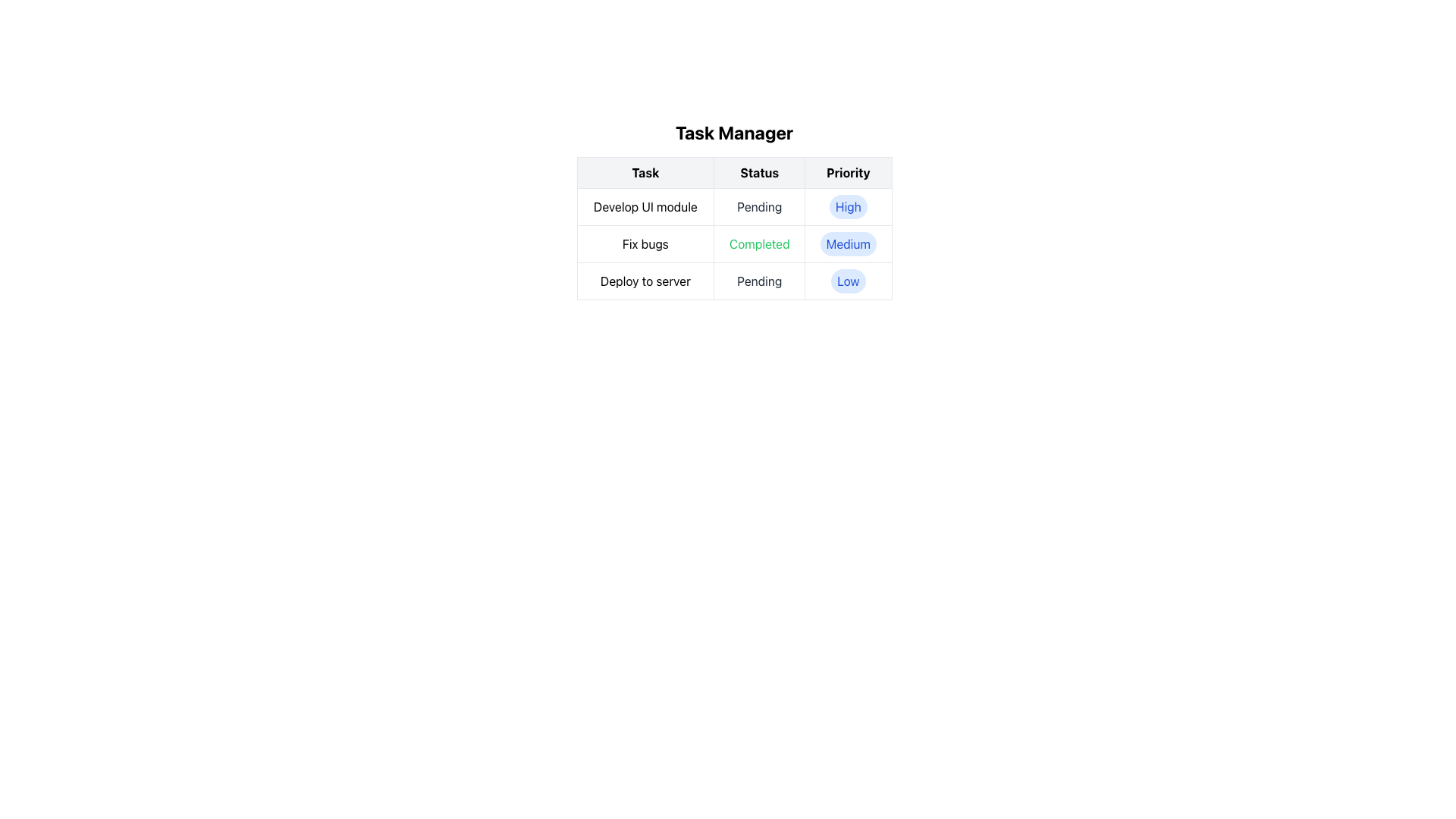 The image size is (1456, 819). Describe the element at coordinates (847, 207) in the screenshot. I see `the priority level indicator button in the 'Priority' column of the 'Task Manager' table for the 'Develop UI module' task` at that location.